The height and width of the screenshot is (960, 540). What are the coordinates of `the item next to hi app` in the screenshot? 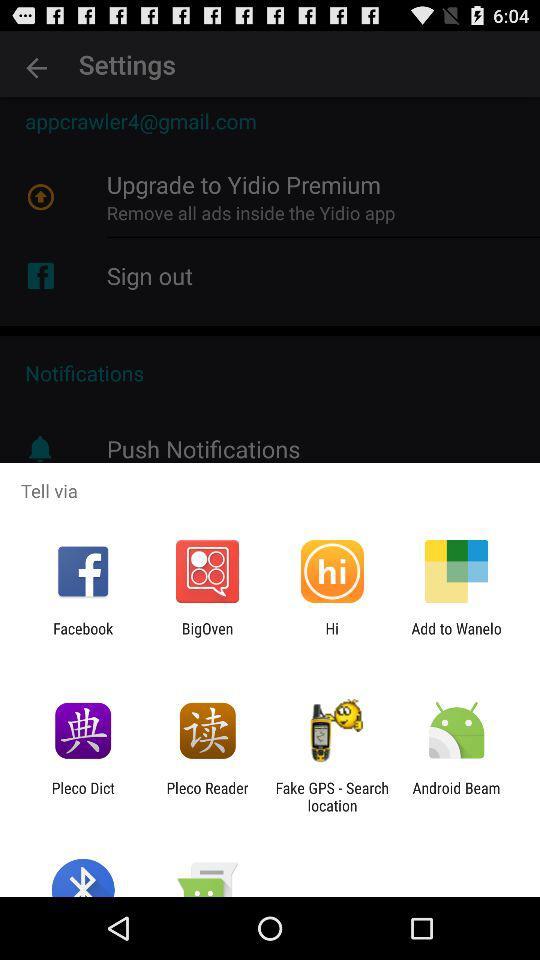 It's located at (456, 636).